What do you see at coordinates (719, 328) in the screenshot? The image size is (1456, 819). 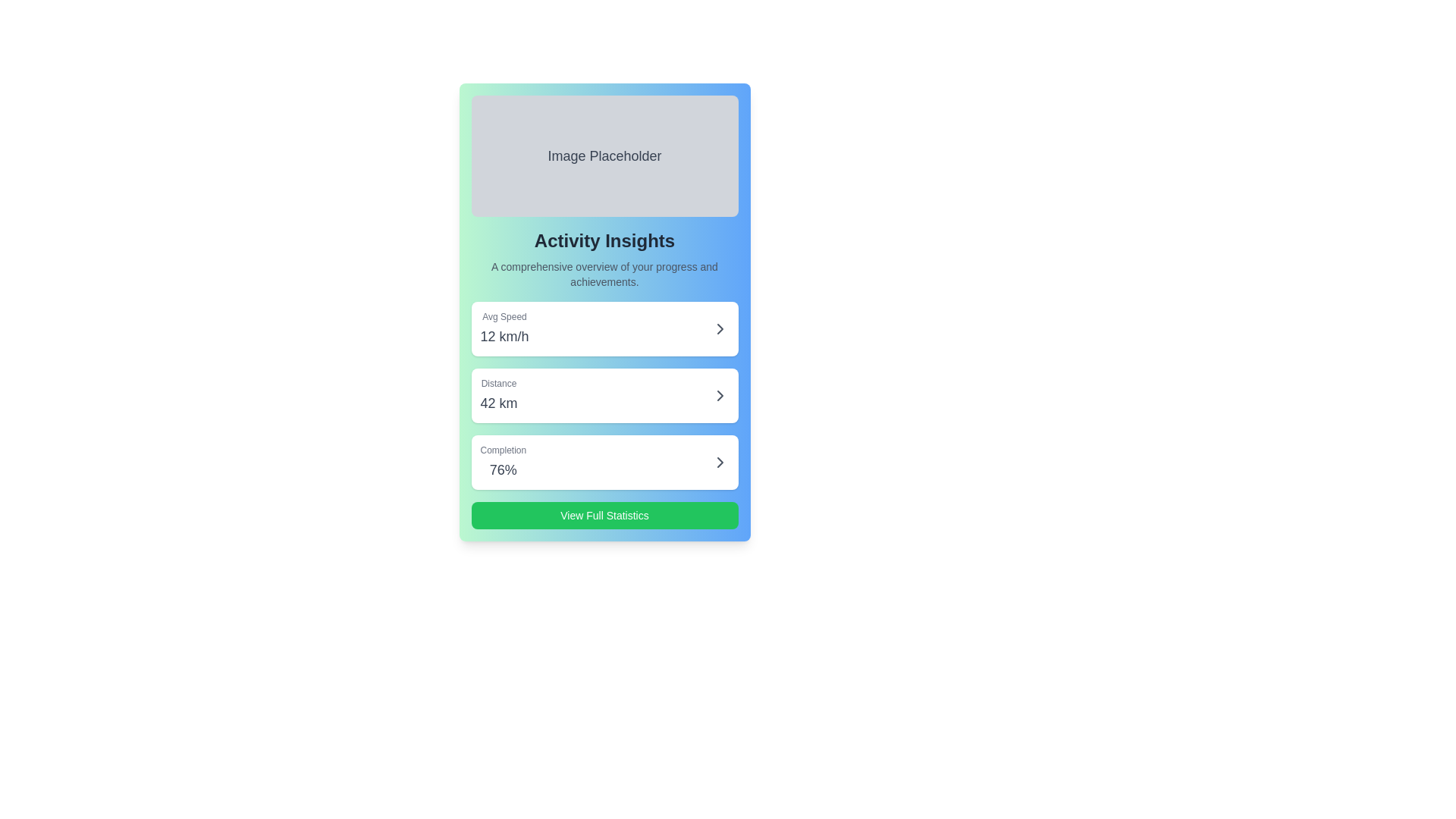 I see `the gray right-pointing chevron icon button located at the far-right side of the 'Avg Speed' block` at bounding box center [719, 328].